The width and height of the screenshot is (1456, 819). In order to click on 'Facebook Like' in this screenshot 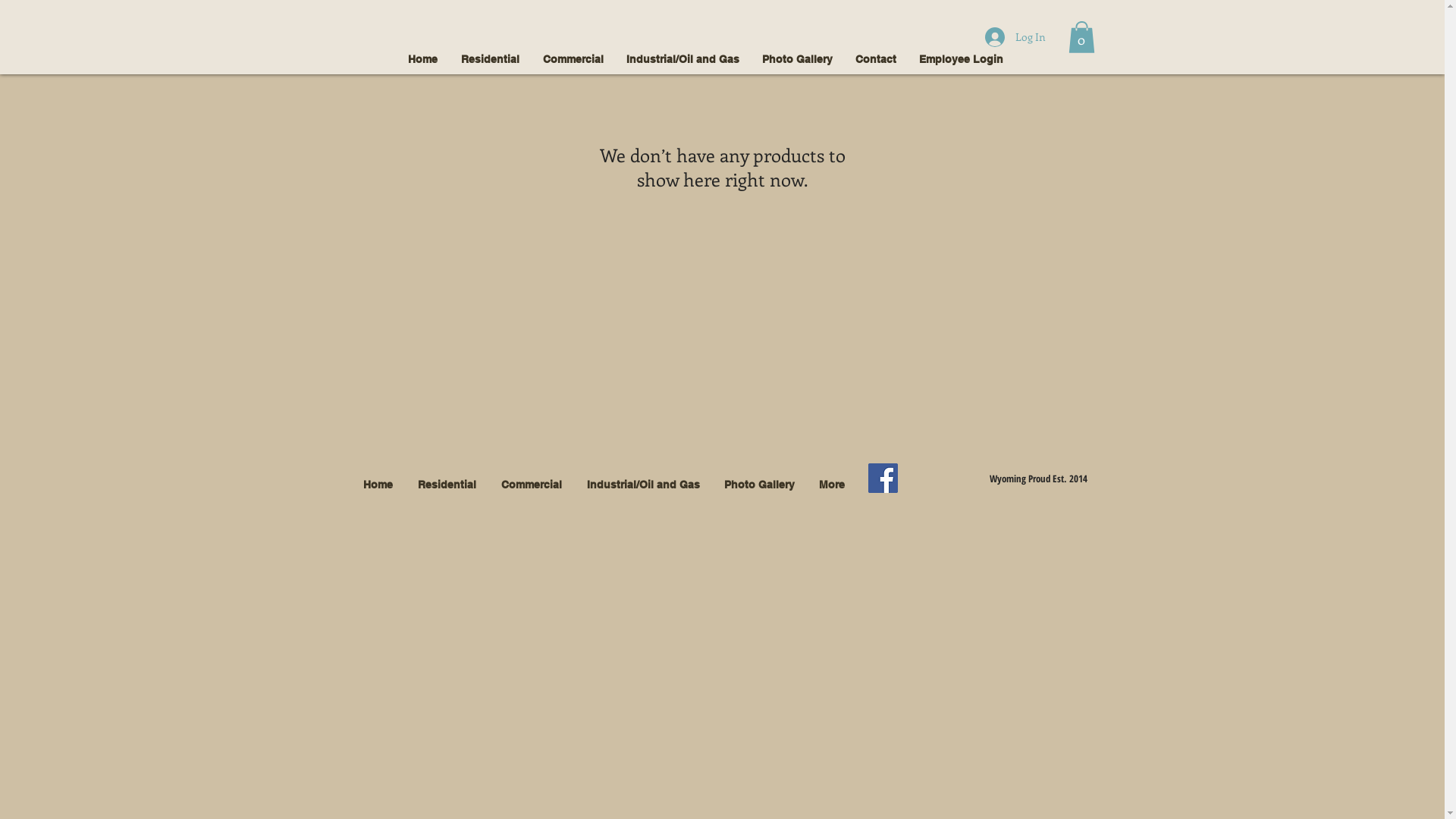, I will do `click(938, 479)`.